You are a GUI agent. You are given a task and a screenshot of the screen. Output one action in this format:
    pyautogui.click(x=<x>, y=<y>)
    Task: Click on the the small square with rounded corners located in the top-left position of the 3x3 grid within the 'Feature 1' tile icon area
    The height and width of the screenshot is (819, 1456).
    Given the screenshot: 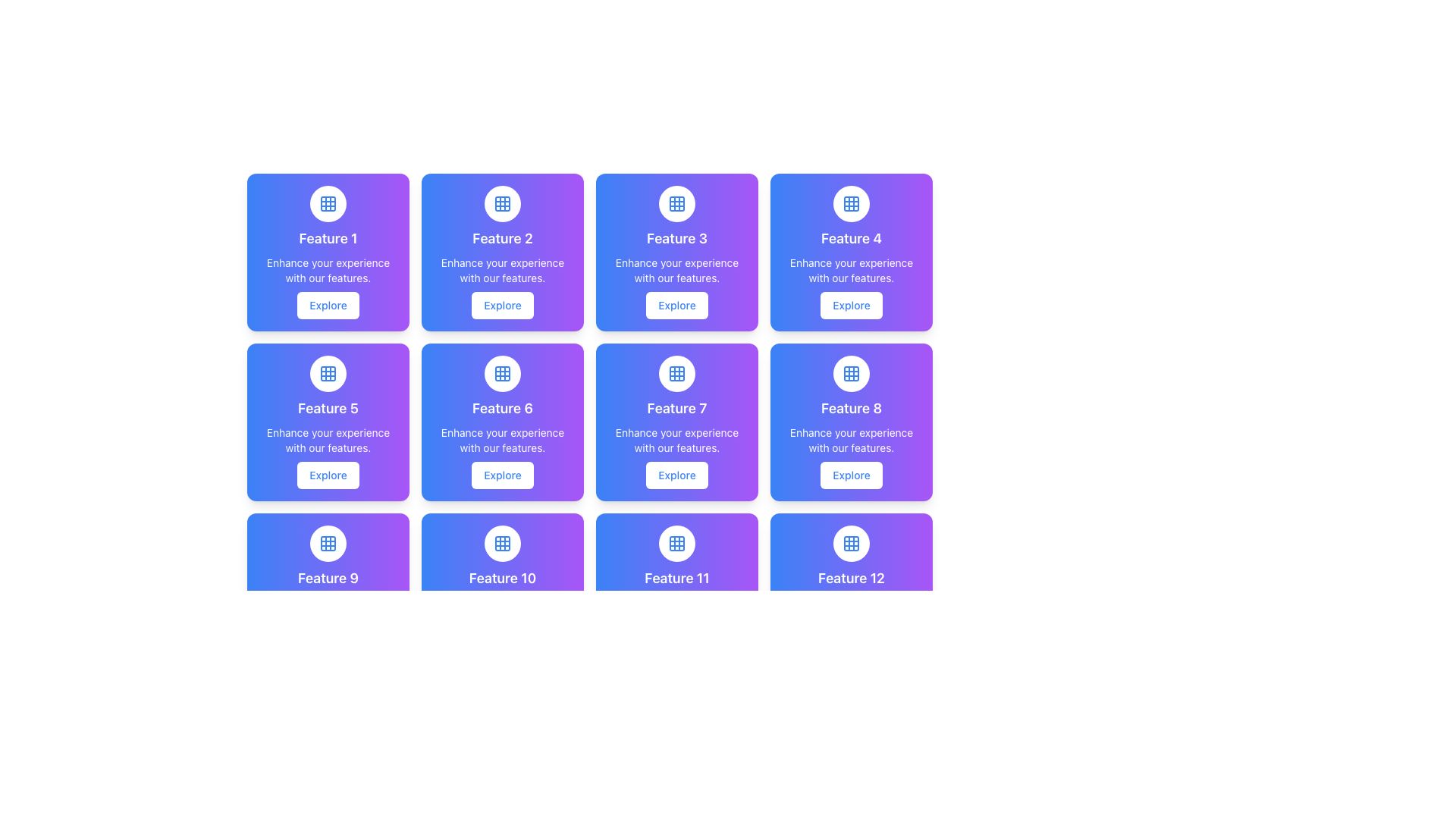 What is the action you would take?
    pyautogui.click(x=327, y=203)
    